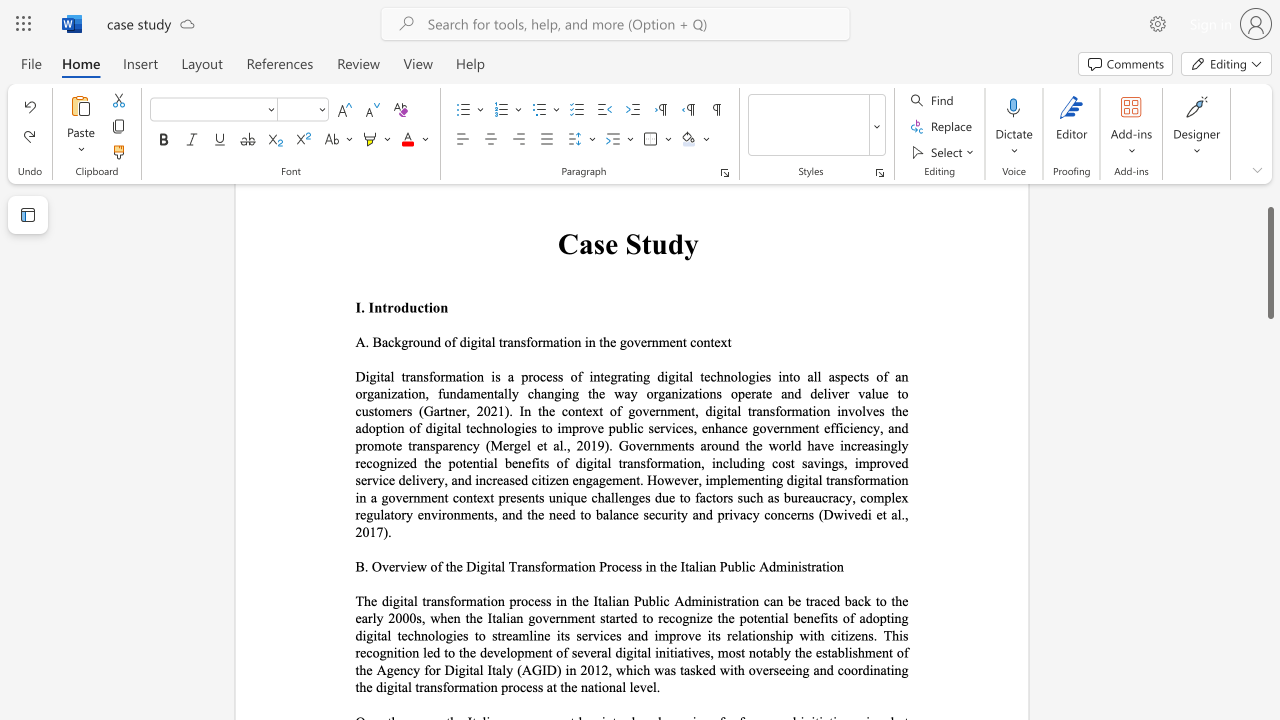  What do you see at coordinates (1269, 262) in the screenshot?
I see `the scrollbar and move up 70 pixels` at bounding box center [1269, 262].